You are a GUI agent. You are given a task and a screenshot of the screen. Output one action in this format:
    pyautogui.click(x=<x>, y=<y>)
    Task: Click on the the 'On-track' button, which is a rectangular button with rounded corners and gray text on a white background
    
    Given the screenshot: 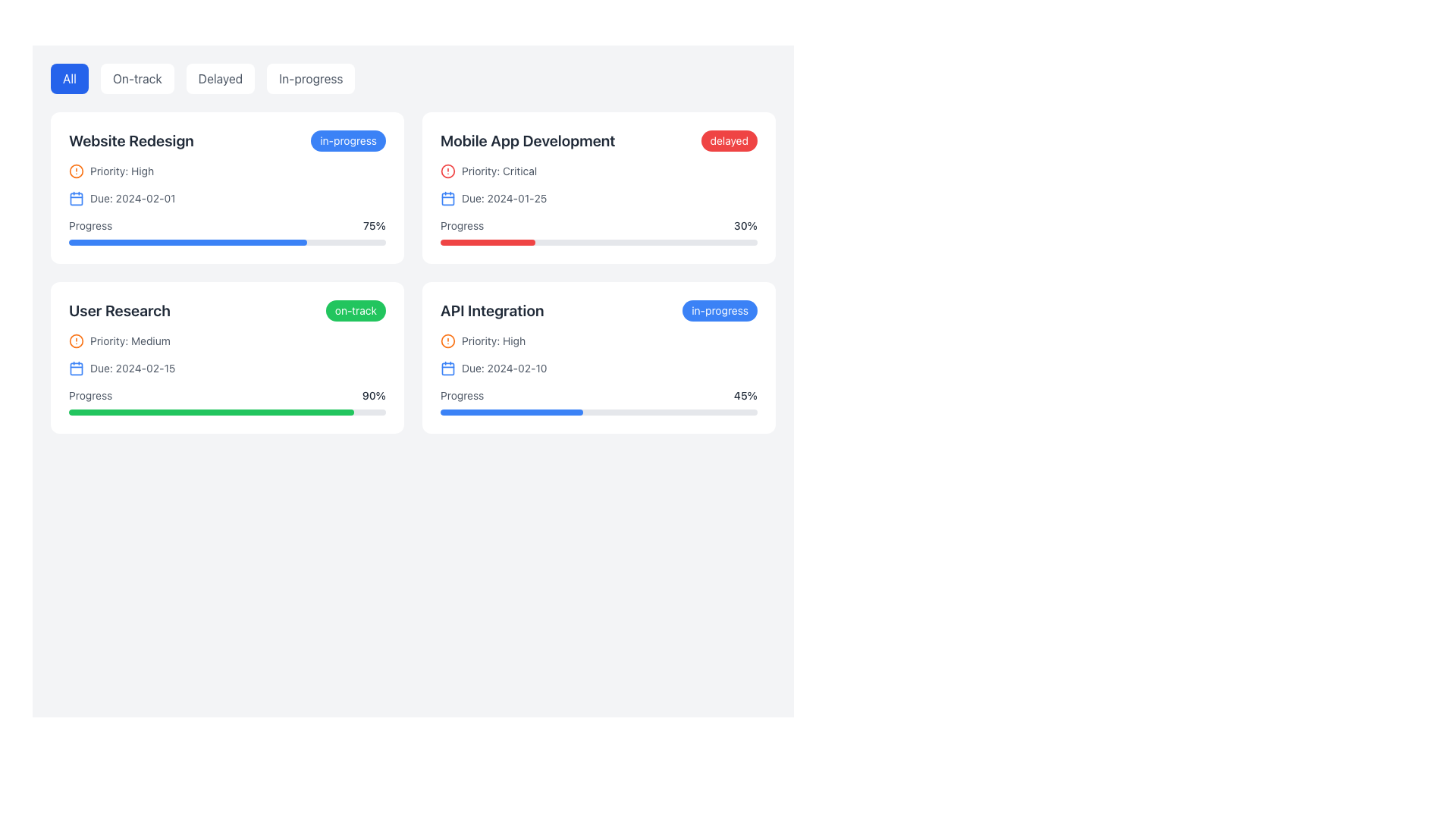 What is the action you would take?
    pyautogui.click(x=137, y=79)
    